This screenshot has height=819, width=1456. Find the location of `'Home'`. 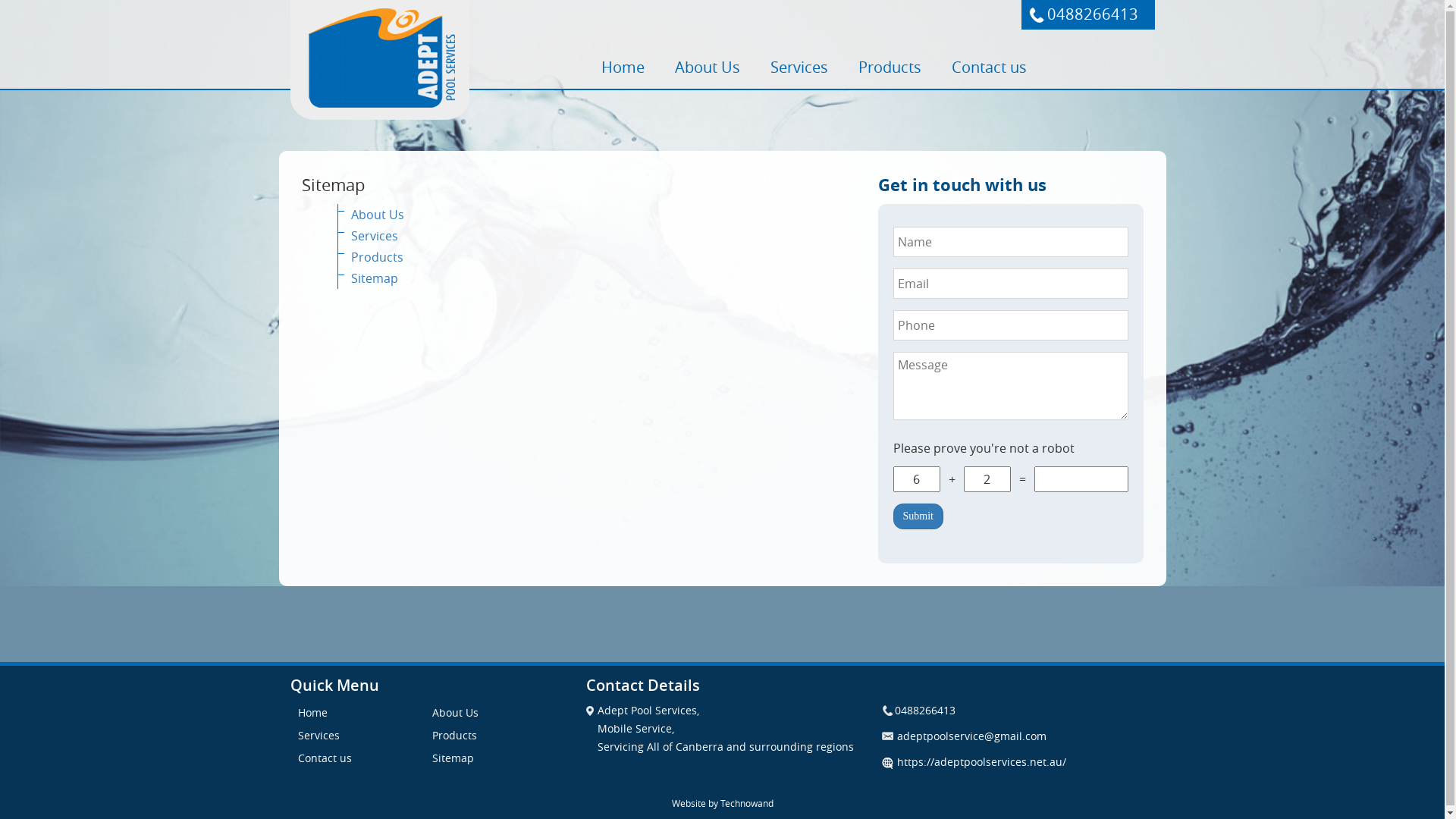

'Home' is located at coordinates (622, 66).